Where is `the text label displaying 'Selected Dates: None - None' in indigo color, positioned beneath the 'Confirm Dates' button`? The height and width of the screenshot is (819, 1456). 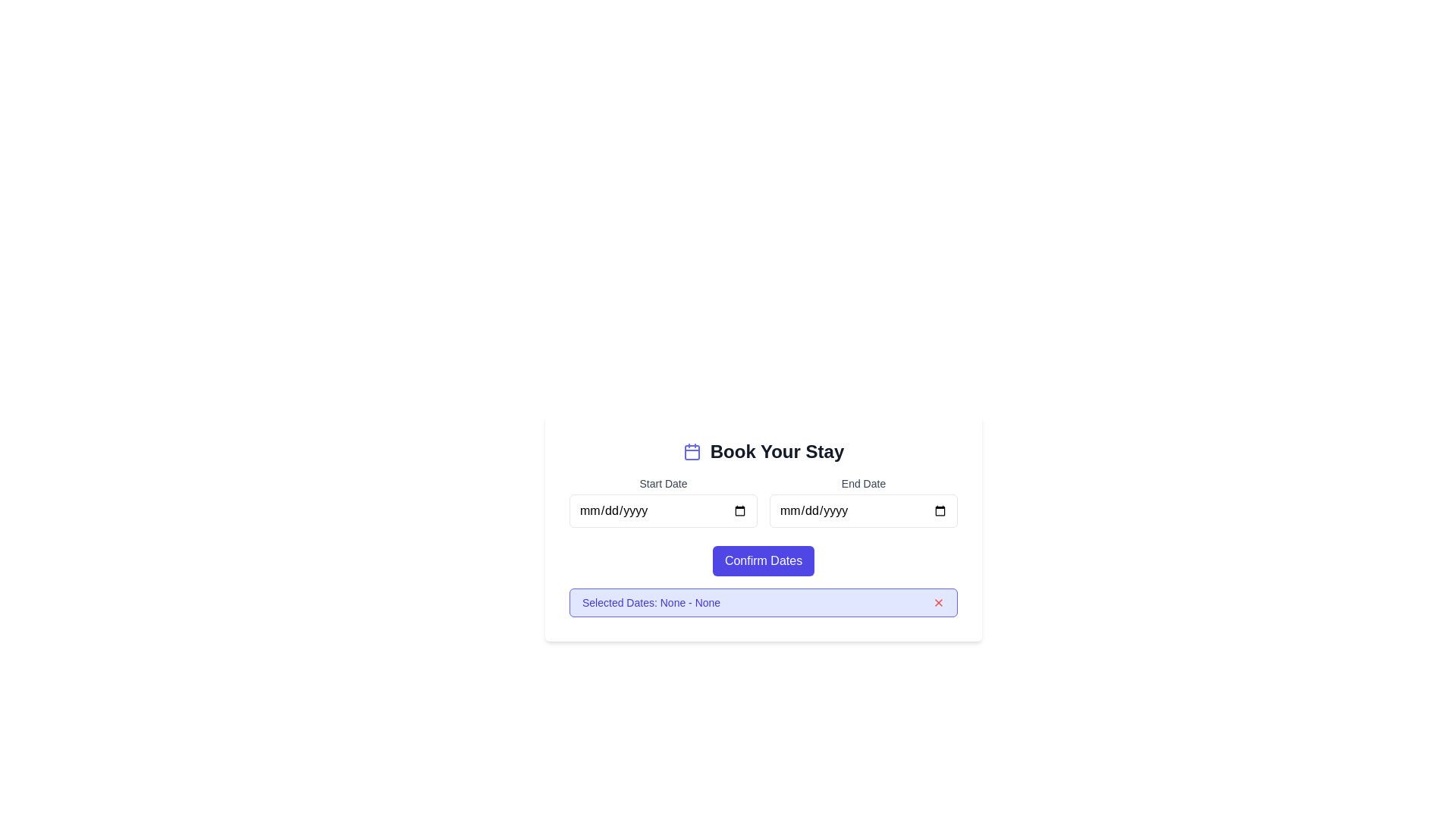 the text label displaying 'Selected Dates: None - None' in indigo color, positioned beneath the 'Confirm Dates' button is located at coordinates (651, 601).